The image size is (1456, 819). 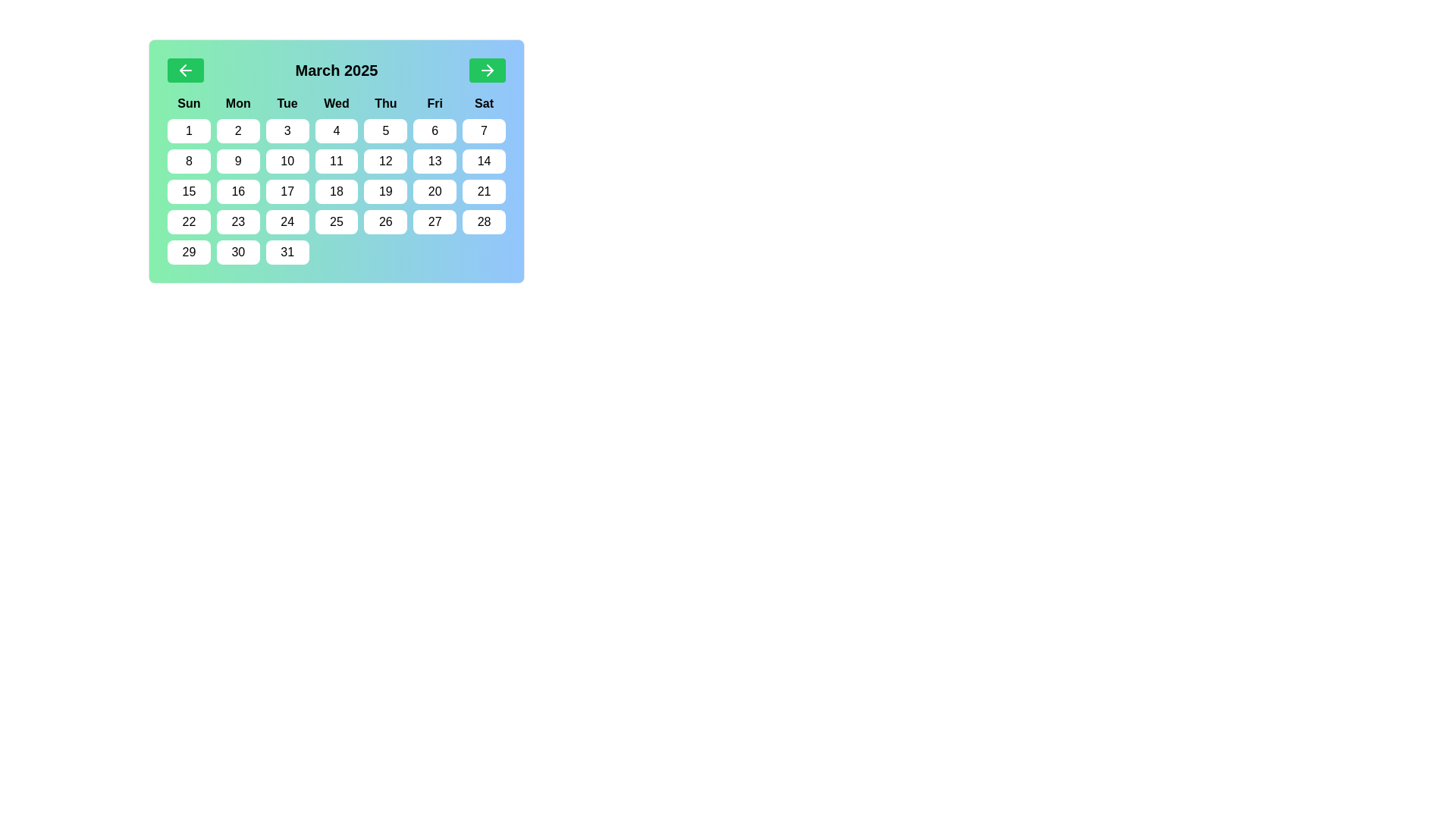 What do you see at coordinates (287, 103) in the screenshot?
I see `the static text label indicating 'Tuesday', which is the third item from the left in the row of weekday labels near the top of the calendar layout` at bounding box center [287, 103].